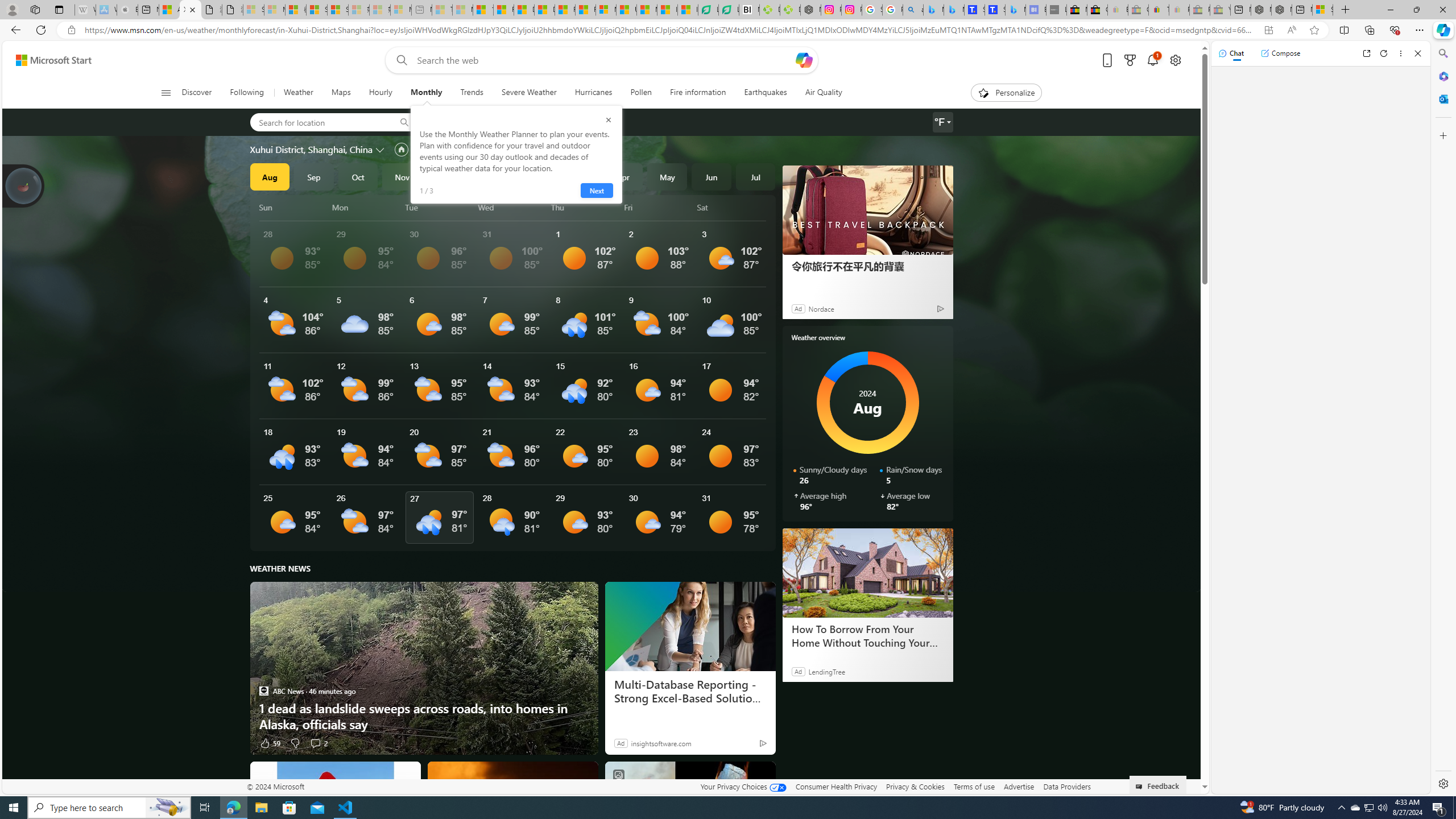 The width and height of the screenshot is (1456, 819). What do you see at coordinates (315, 742) in the screenshot?
I see `'View comments 2 Comment'` at bounding box center [315, 742].